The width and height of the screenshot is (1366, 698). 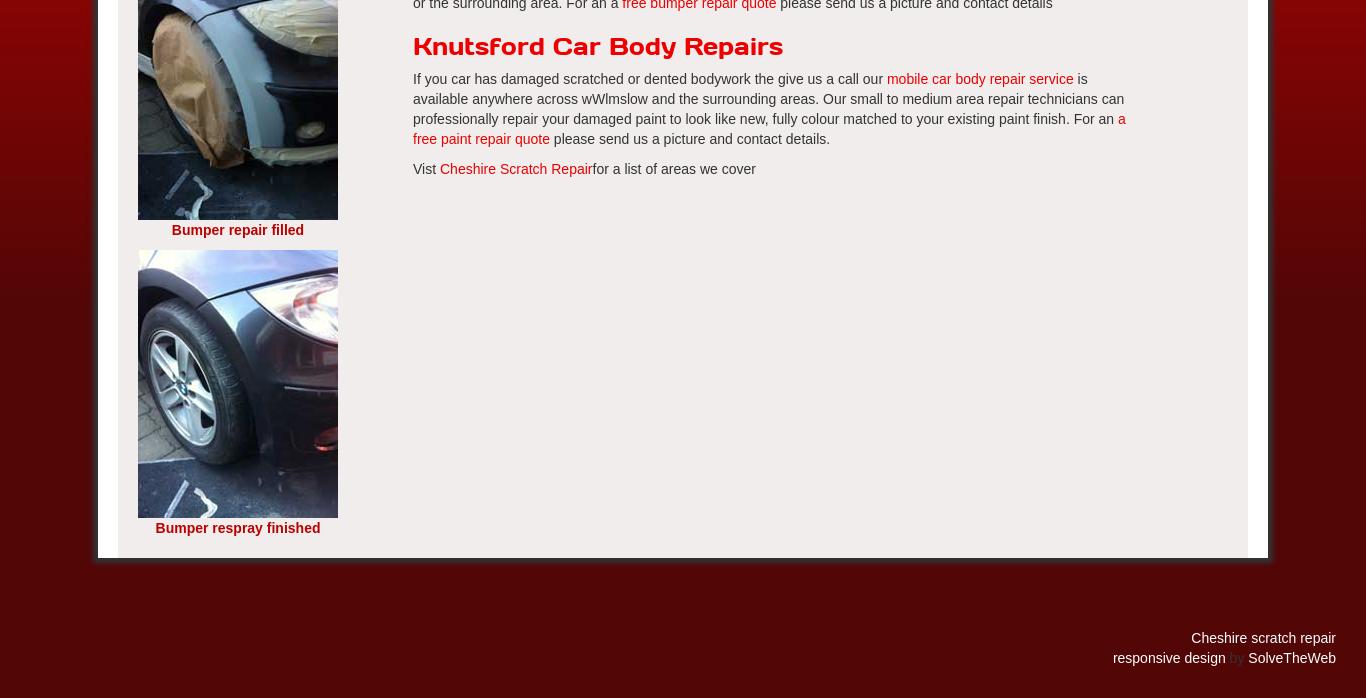 What do you see at coordinates (1191, 636) in the screenshot?
I see `'Cheshire scratch repair'` at bounding box center [1191, 636].